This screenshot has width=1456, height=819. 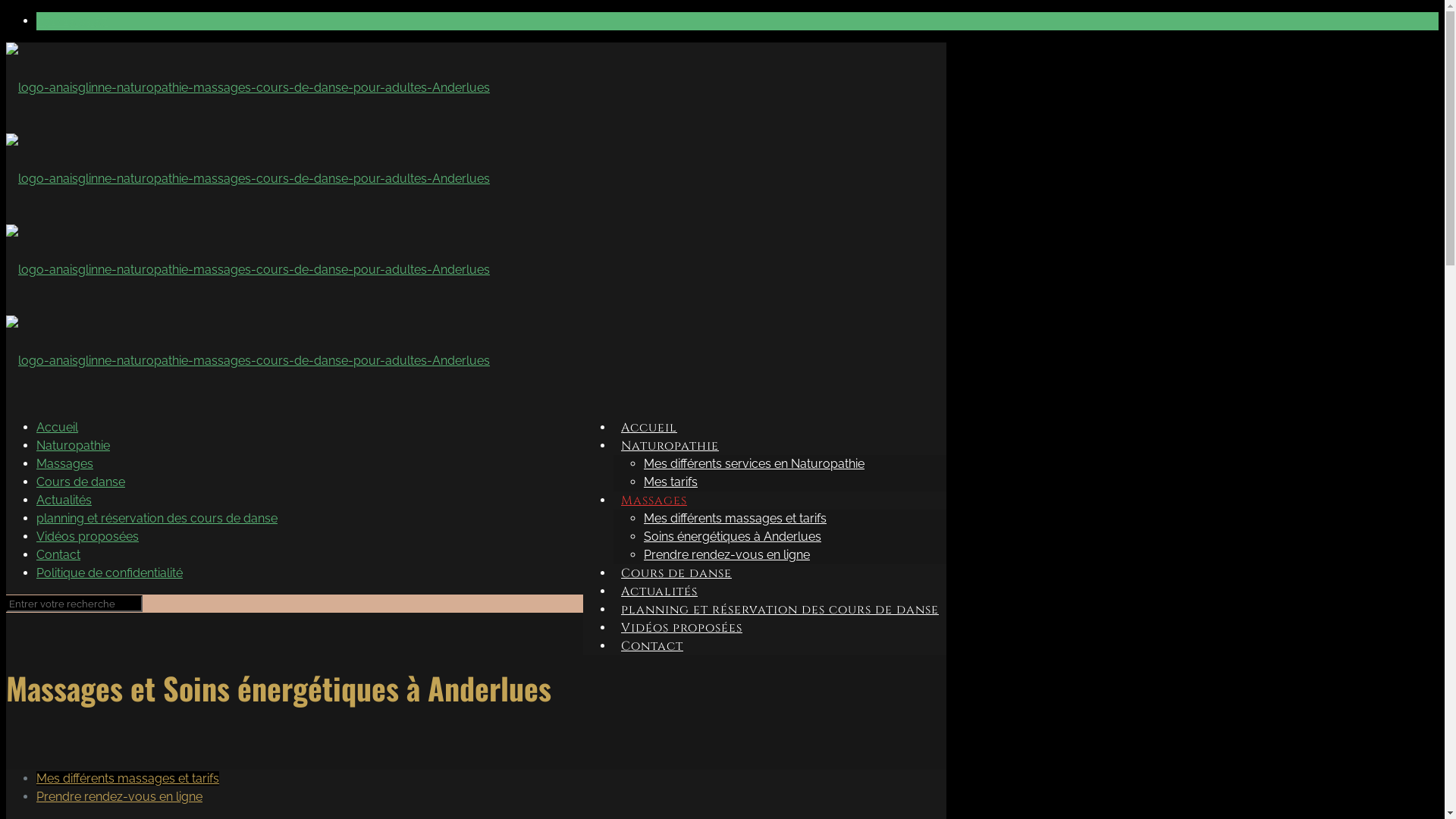 What do you see at coordinates (676, 573) in the screenshot?
I see `'Cours de danse'` at bounding box center [676, 573].